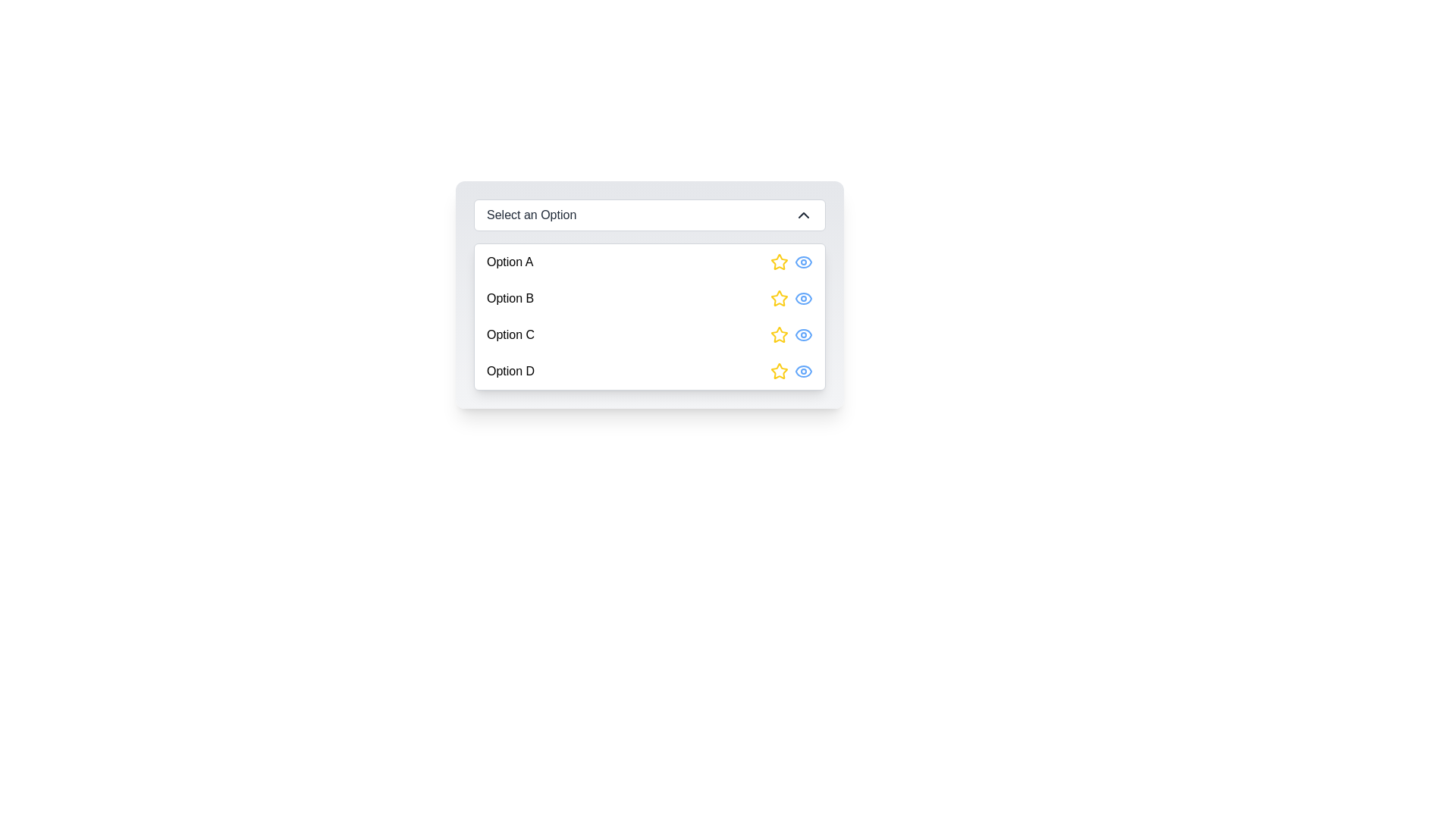 This screenshot has height=819, width=1456. Describe the element at coordinates (779, 334) in the screenshot. I see `the yellow star-shaped SVG icon, which is the leftmost element in the horizontal row under 'Option C' in the drop-down menu` at that location.